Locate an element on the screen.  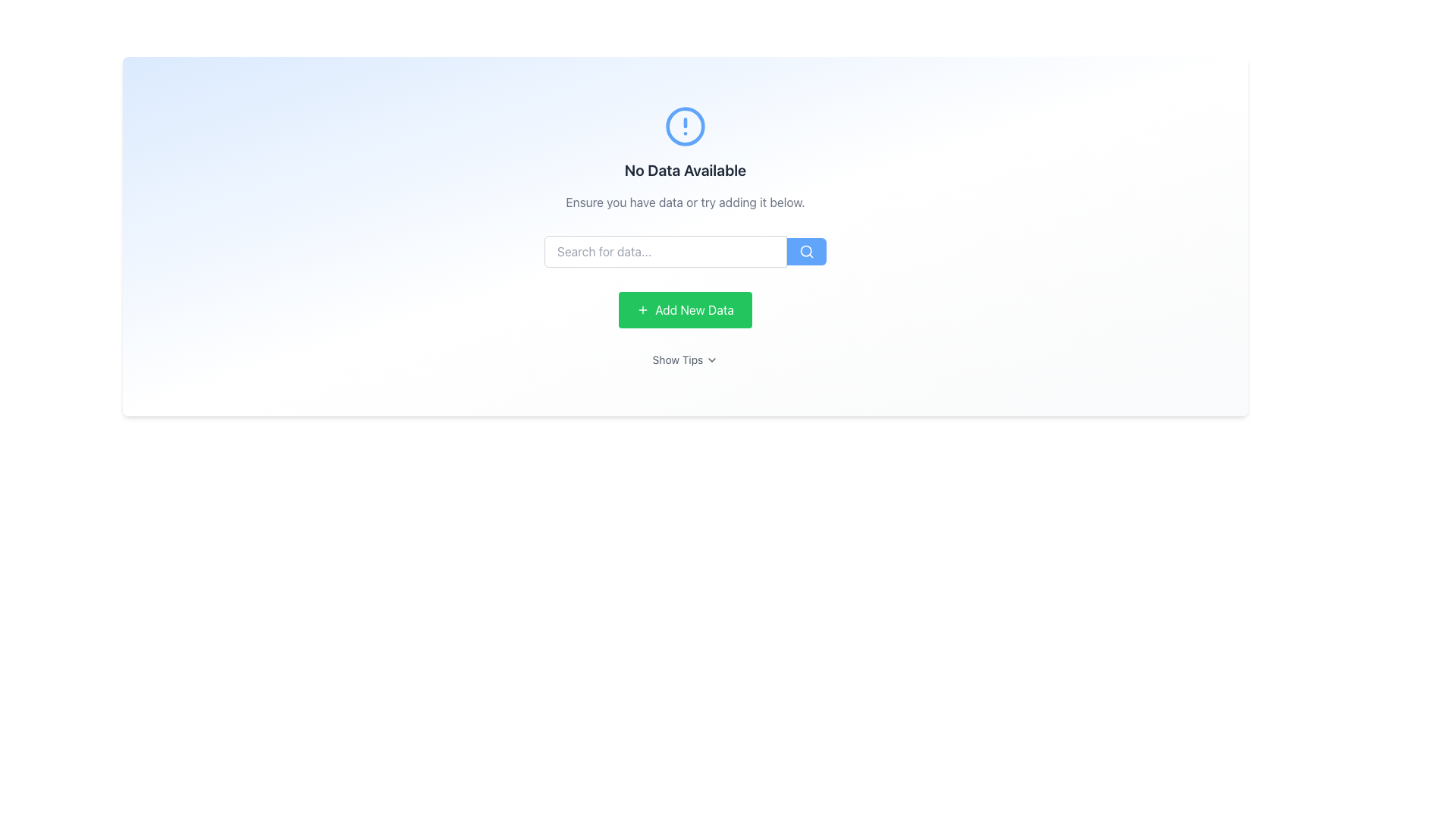
accessibility compliance of the Text label that provides guidance below 'No Data Available' and above the search bar is located at coordinates (684, 201).